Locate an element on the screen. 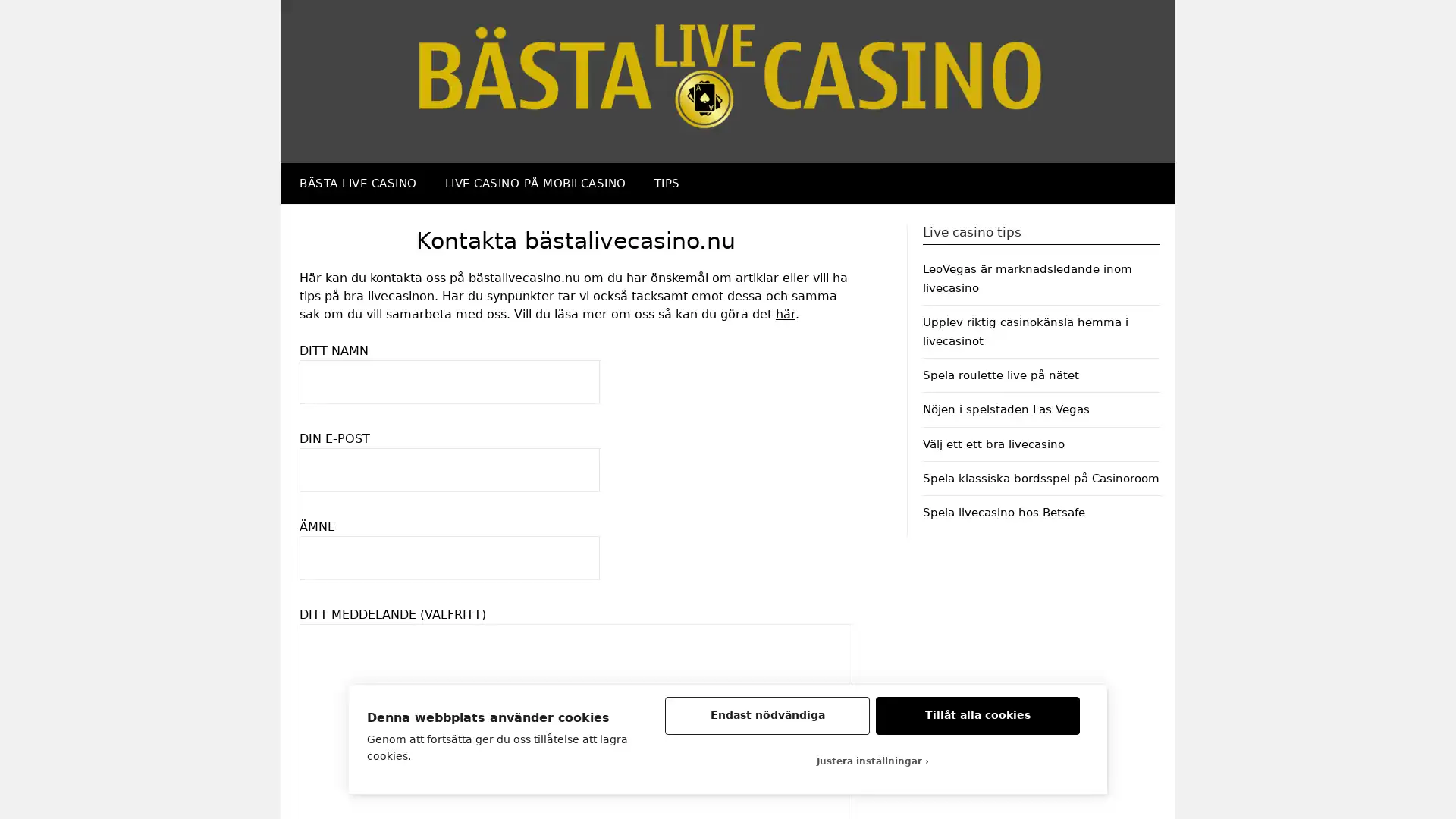 The height and width of the screenshot is (819, 1456). Endast nodvandiga is located at coordinates (767, 716).